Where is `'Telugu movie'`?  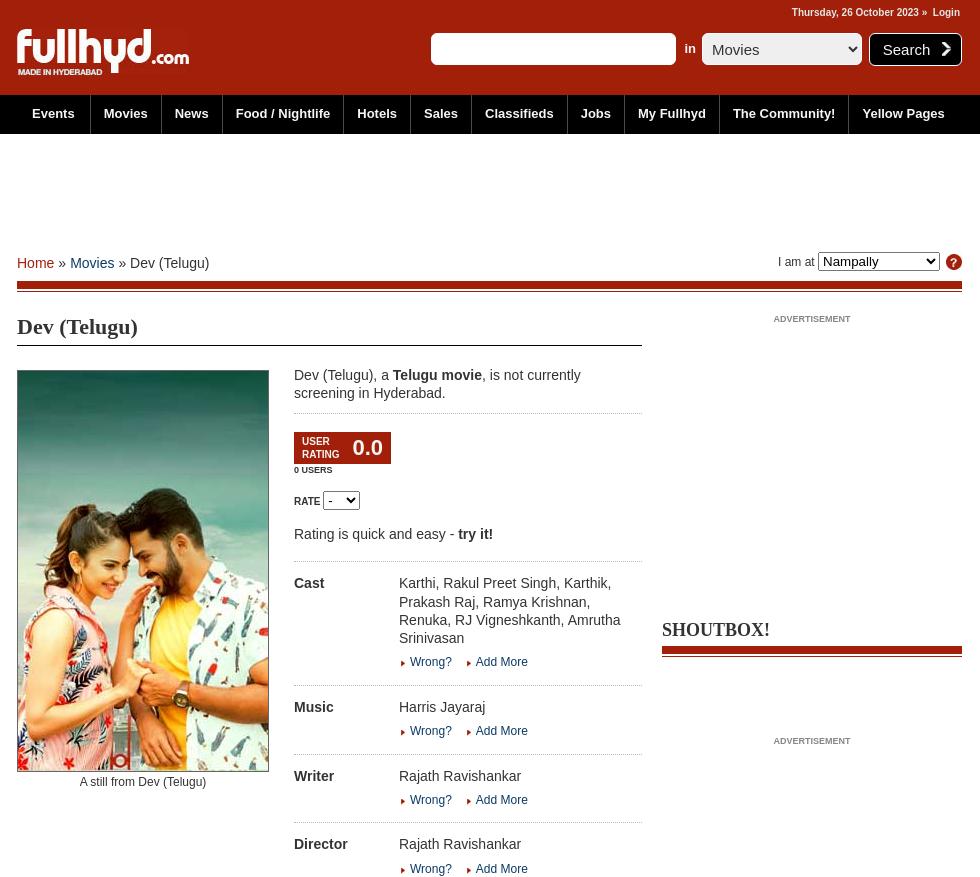 'Telugu movie' is located at coordinates (436, 375).